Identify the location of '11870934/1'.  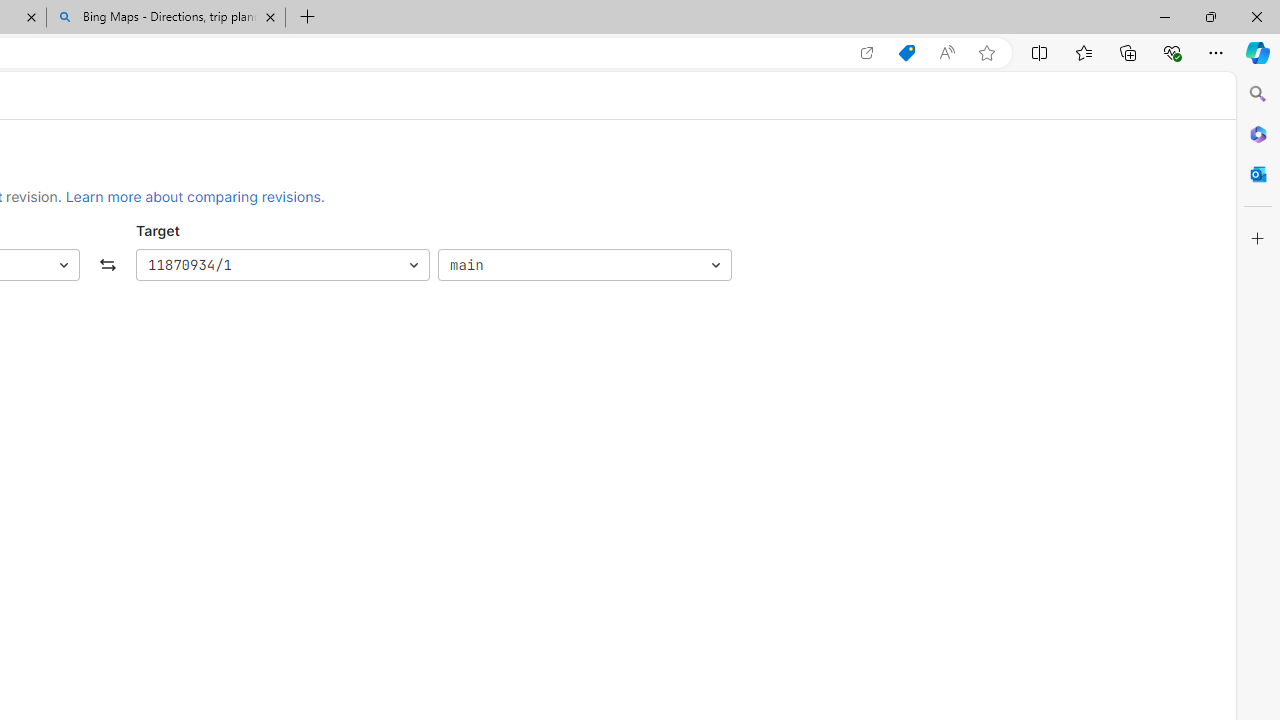
(281, 264).